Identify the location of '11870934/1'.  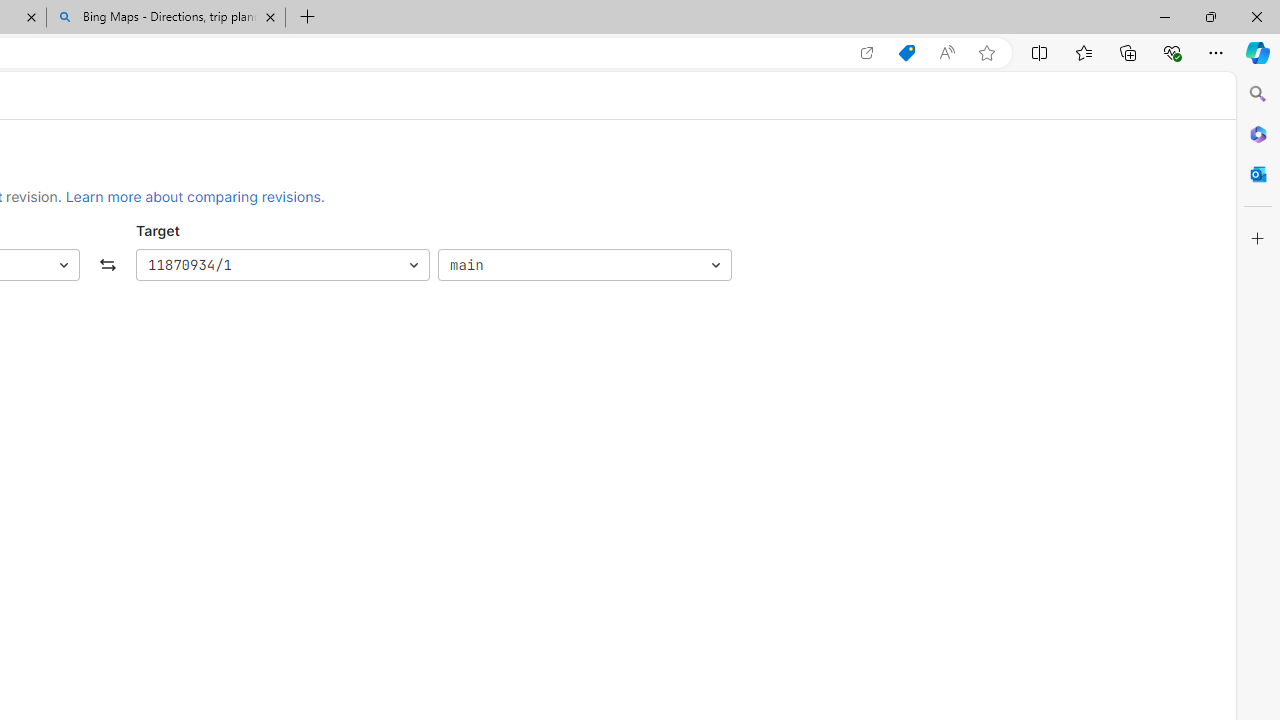
(281, 264).